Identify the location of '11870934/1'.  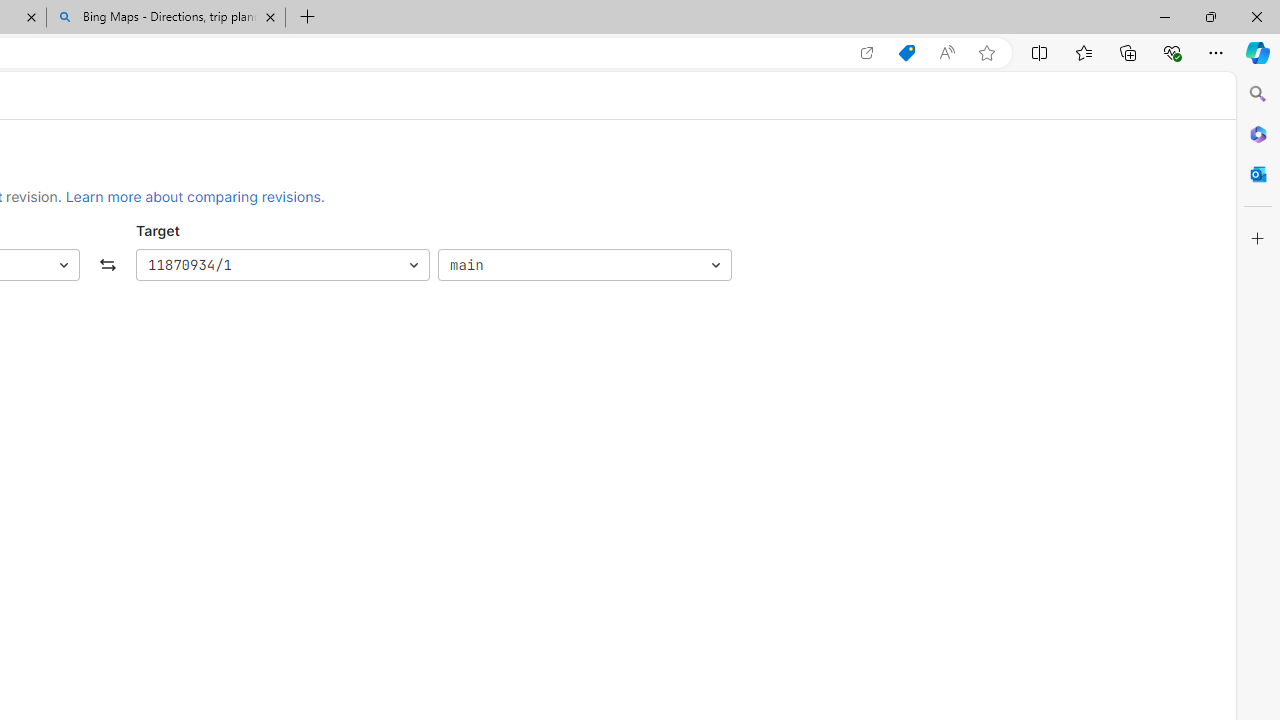
(281, 264).